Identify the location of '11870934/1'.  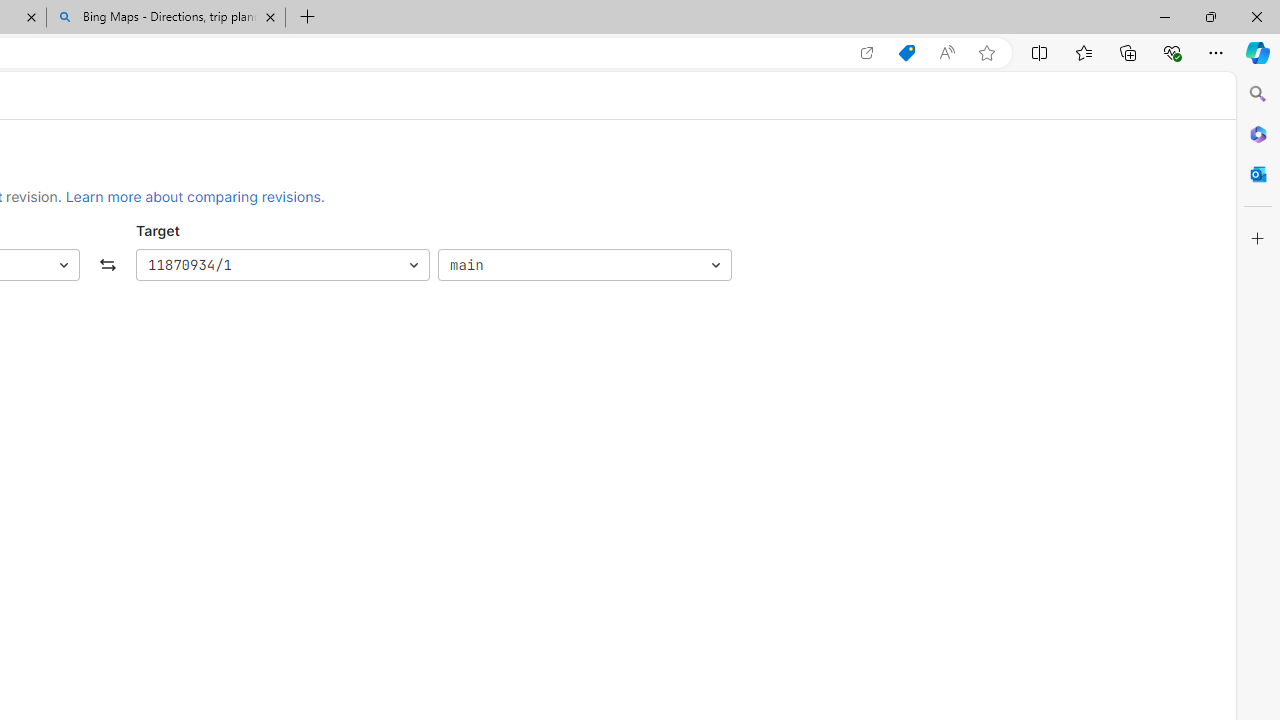
(281, 264).